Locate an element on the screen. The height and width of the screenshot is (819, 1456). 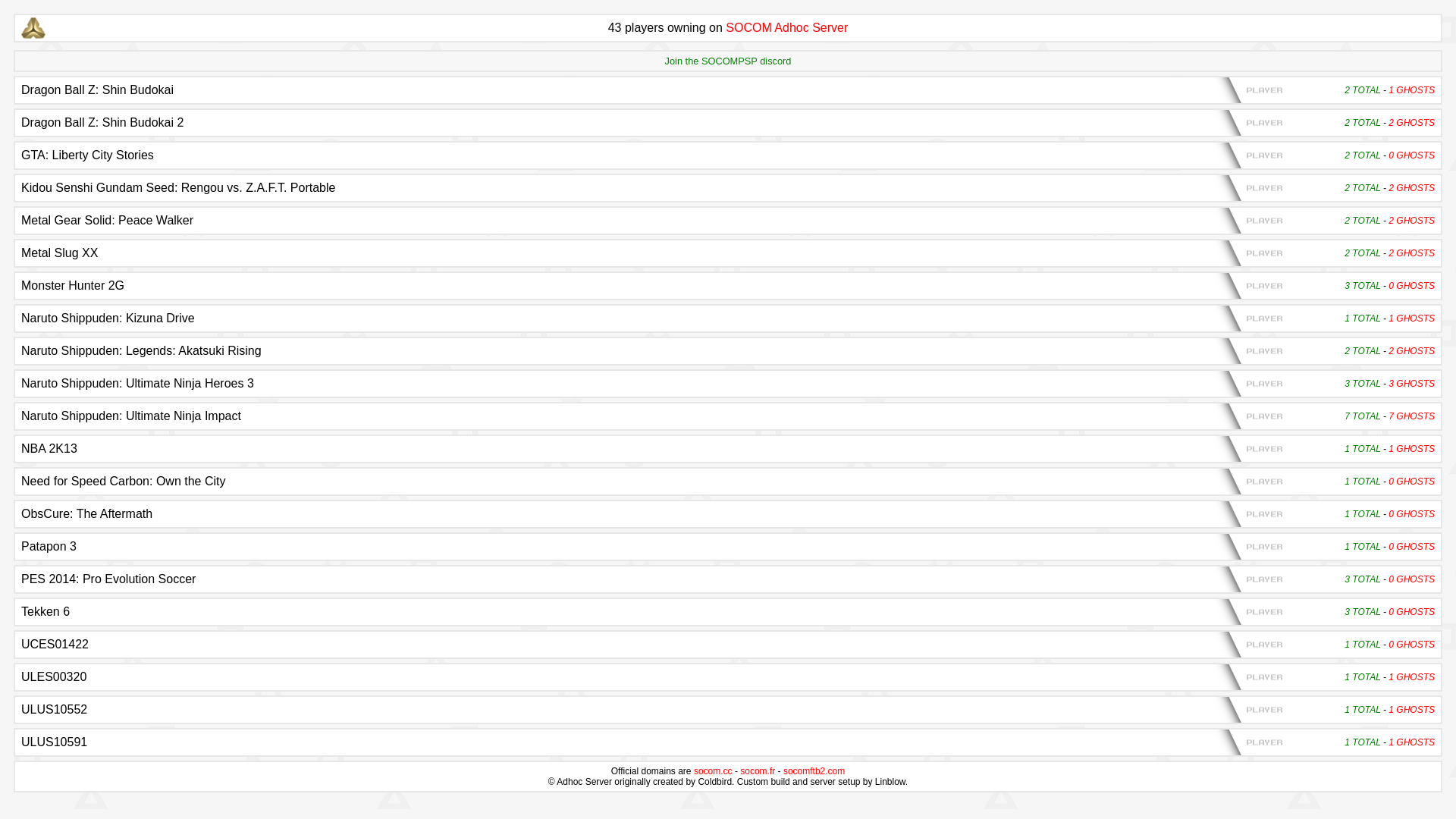
'socom.cc' is located at coordinates (693, 771).